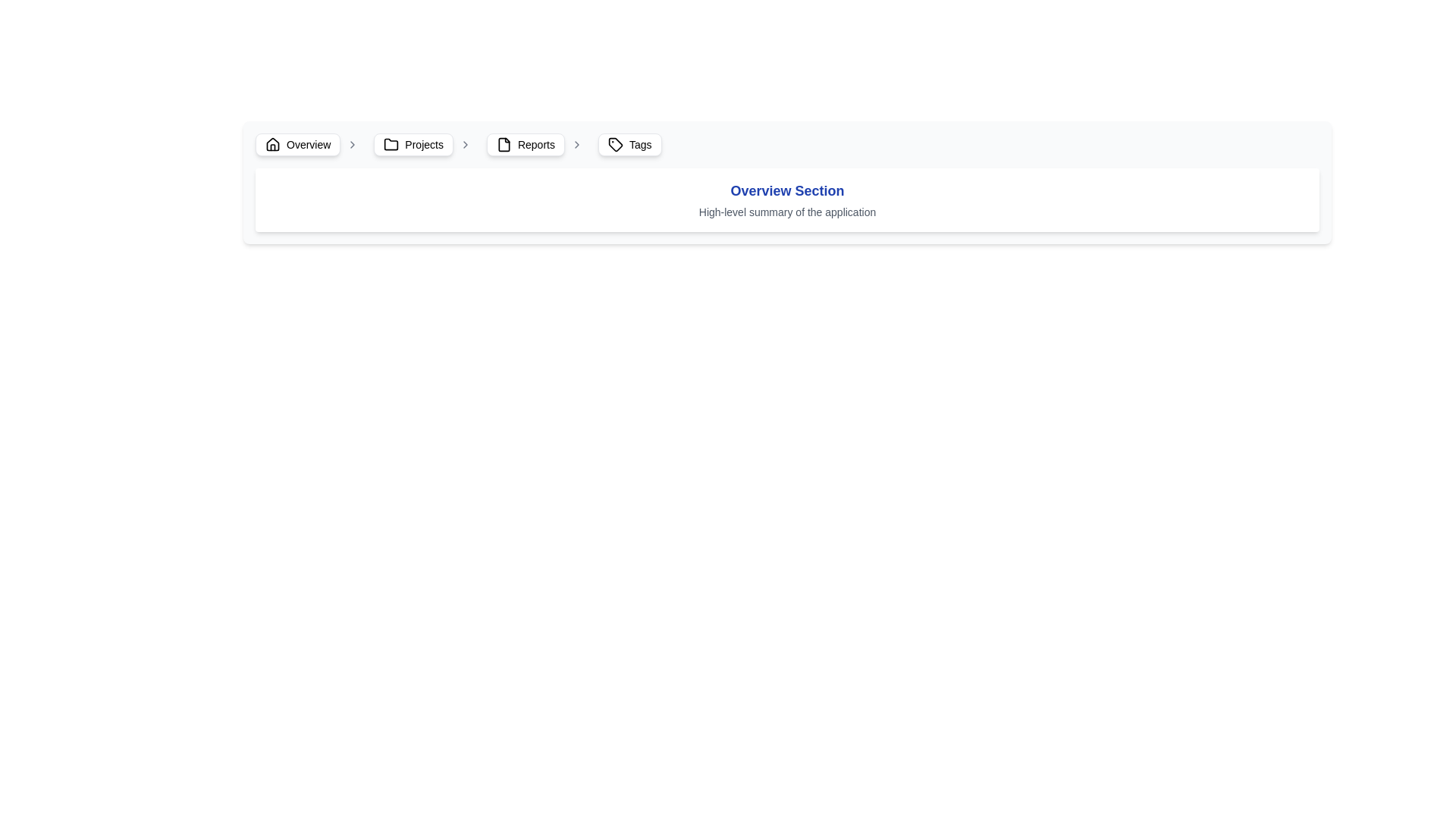 The image size is (1456, 819). Describe the element at coordinates (273, 143) in the screenshot. I see `the home icon in the breadcrumb navigation bar located at the top-left corner` at that location.